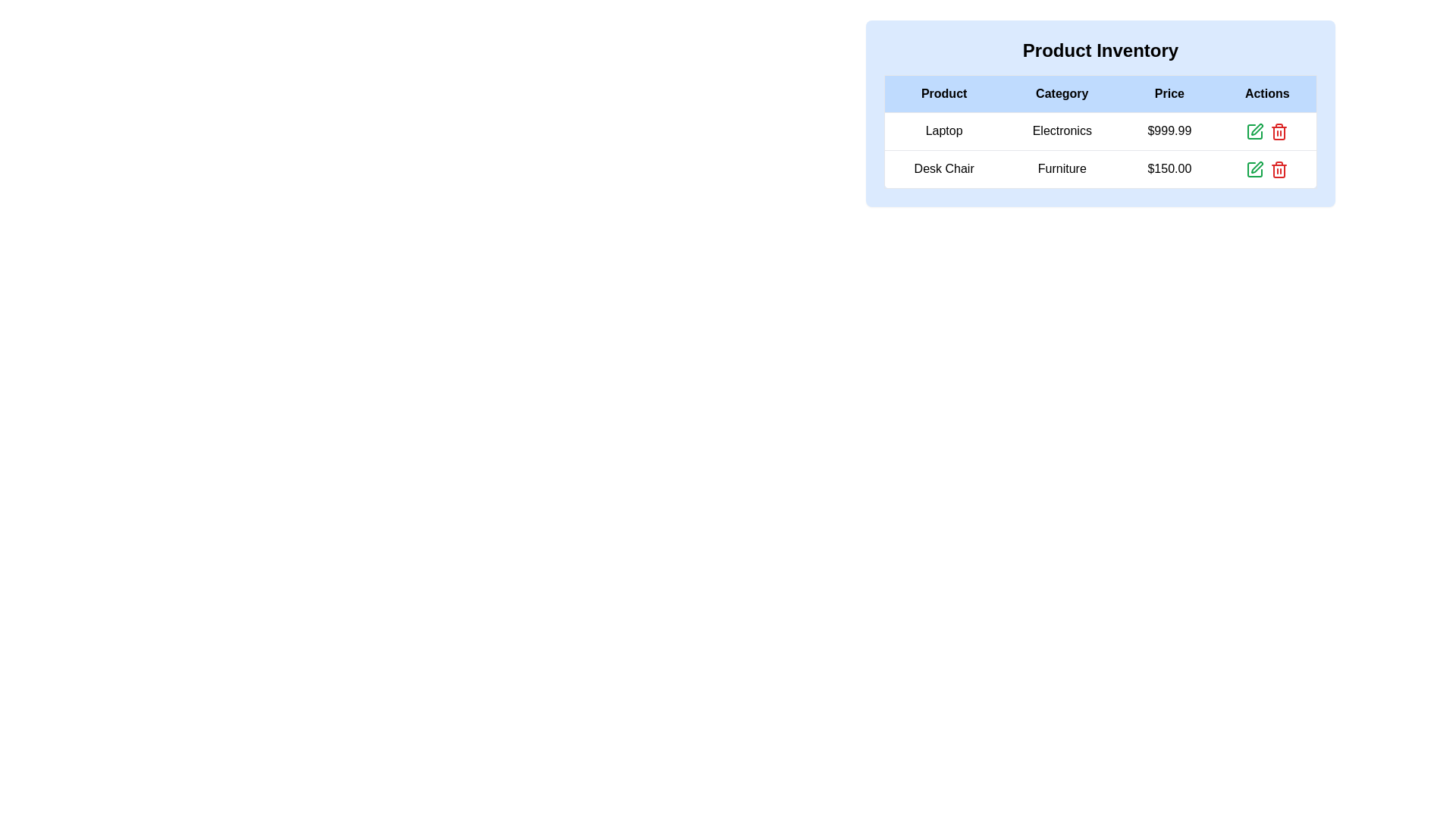  I want to click on the green pencil icon in the 'Actions' column of the first row, so click(1267, 130).